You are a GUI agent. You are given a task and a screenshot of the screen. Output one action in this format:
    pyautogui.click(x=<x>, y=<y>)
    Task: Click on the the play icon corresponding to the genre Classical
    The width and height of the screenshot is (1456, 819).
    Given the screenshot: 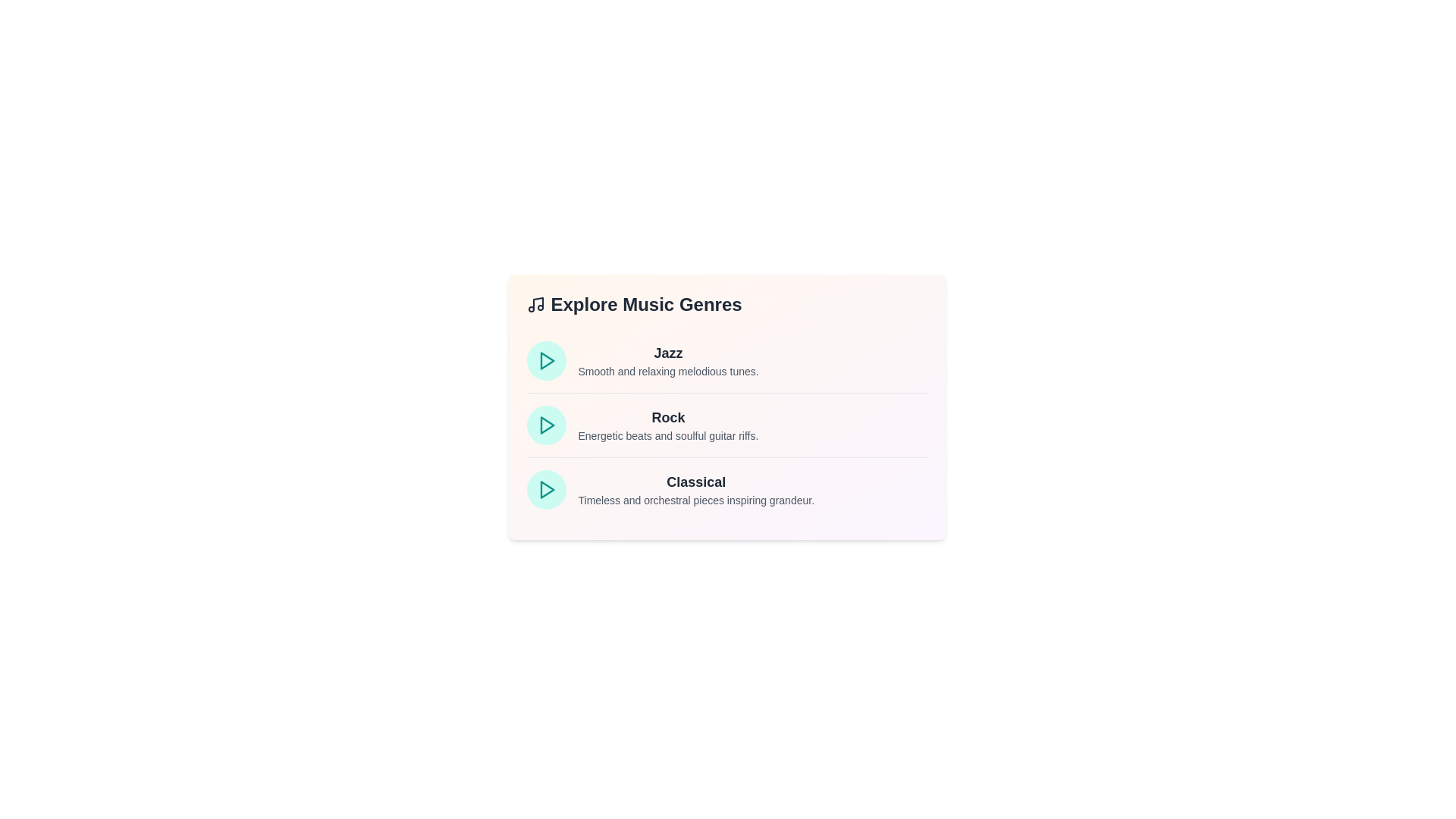 What is the action you would take?
    pyautogui.click(x=546, y=489)
    